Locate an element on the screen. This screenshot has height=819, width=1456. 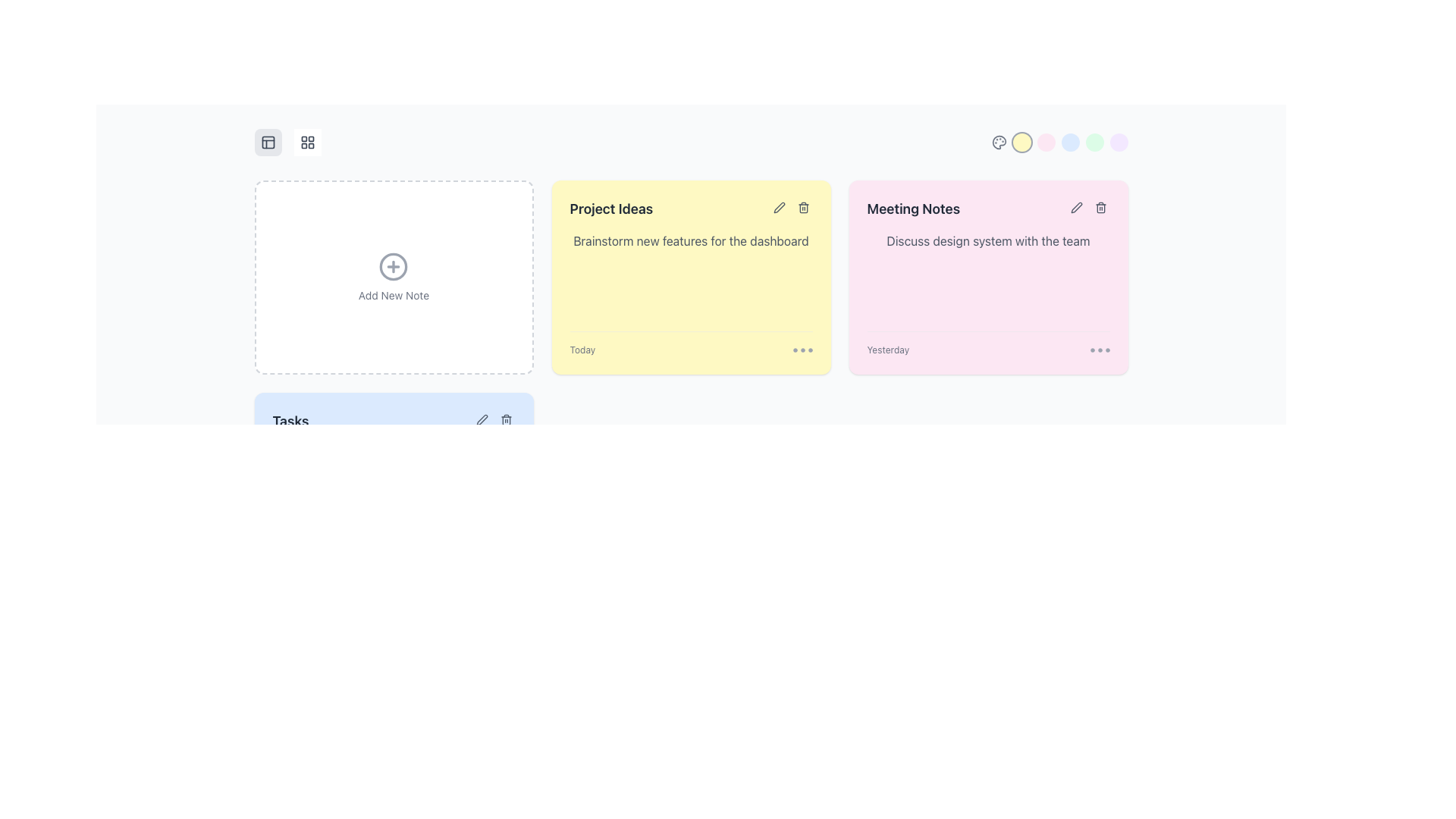
text from the Text label that serves as a section title or label, indicating the purpose of the content area, located at the bottom-left area of the interface is located at coordinates (290, 421).